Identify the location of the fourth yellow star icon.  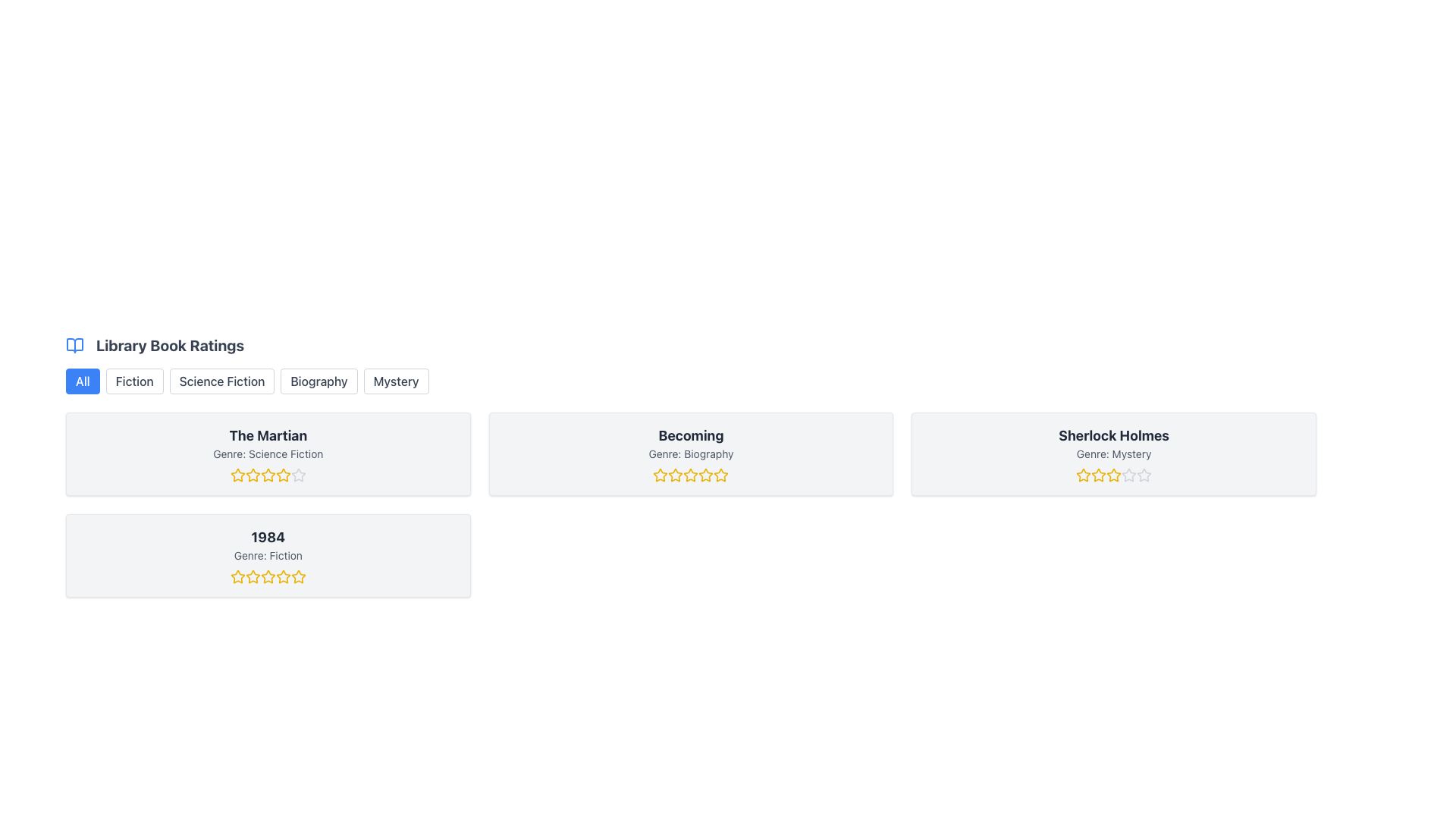
(268, 475).